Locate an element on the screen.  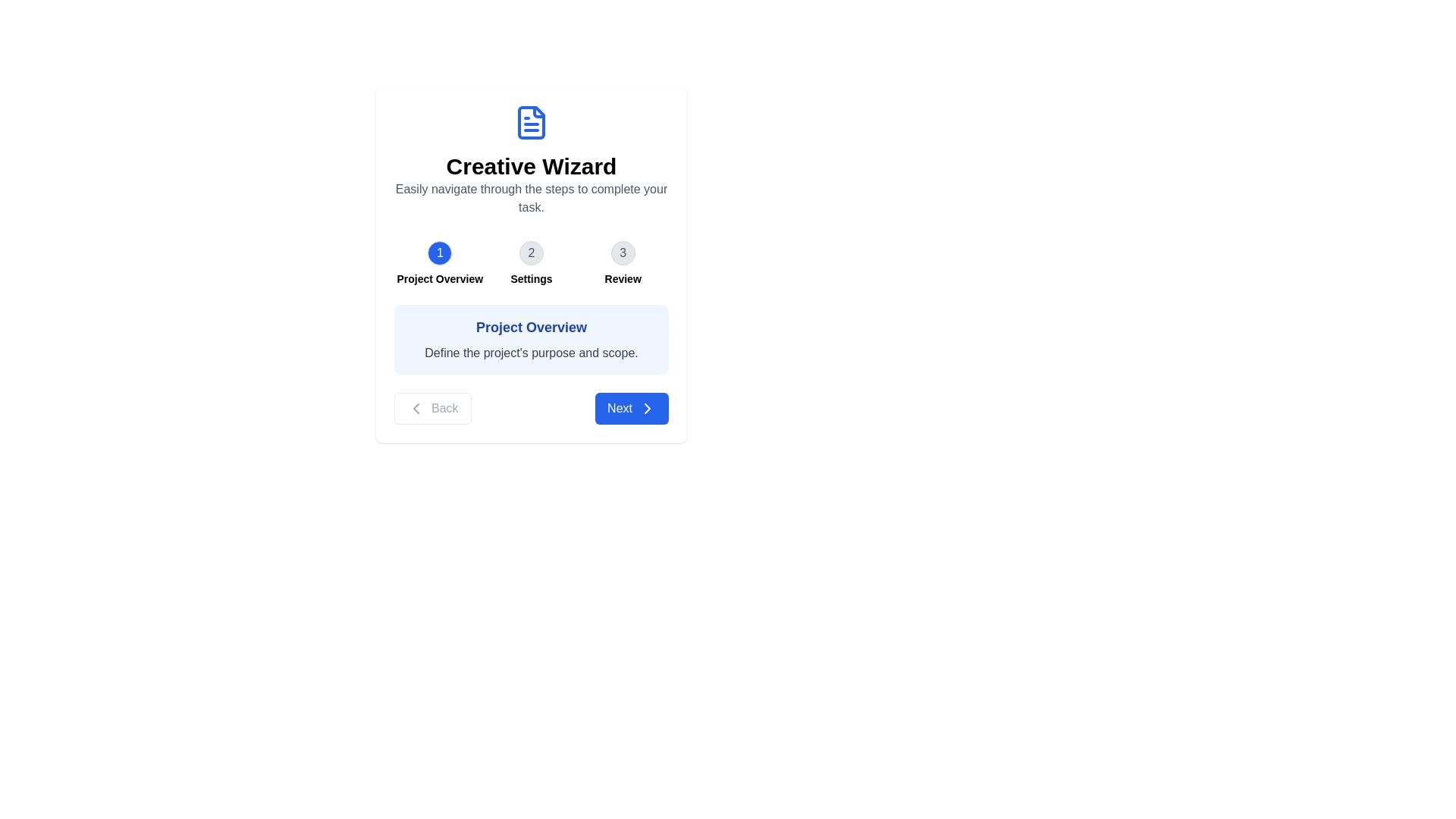
the chevron icon located in the lower-left corner of the 'Creative Wizard' card component, which is part of the 'Back' button is located at coordinates (416, 408).